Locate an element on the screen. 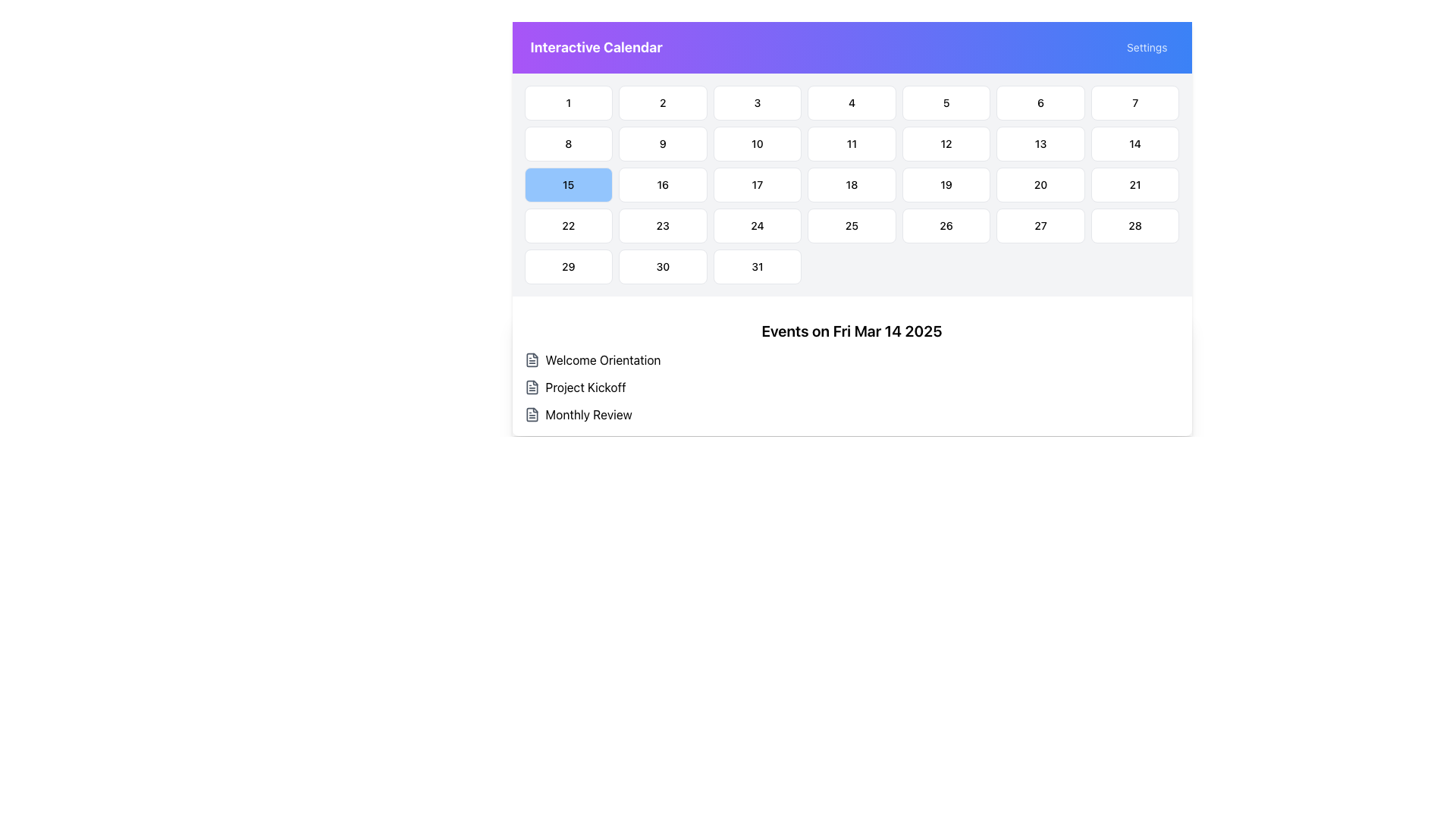 This screenshot has height=819, width=1456. the text element displaying '22' within the calendar cell is located at coordinates (567, 225).